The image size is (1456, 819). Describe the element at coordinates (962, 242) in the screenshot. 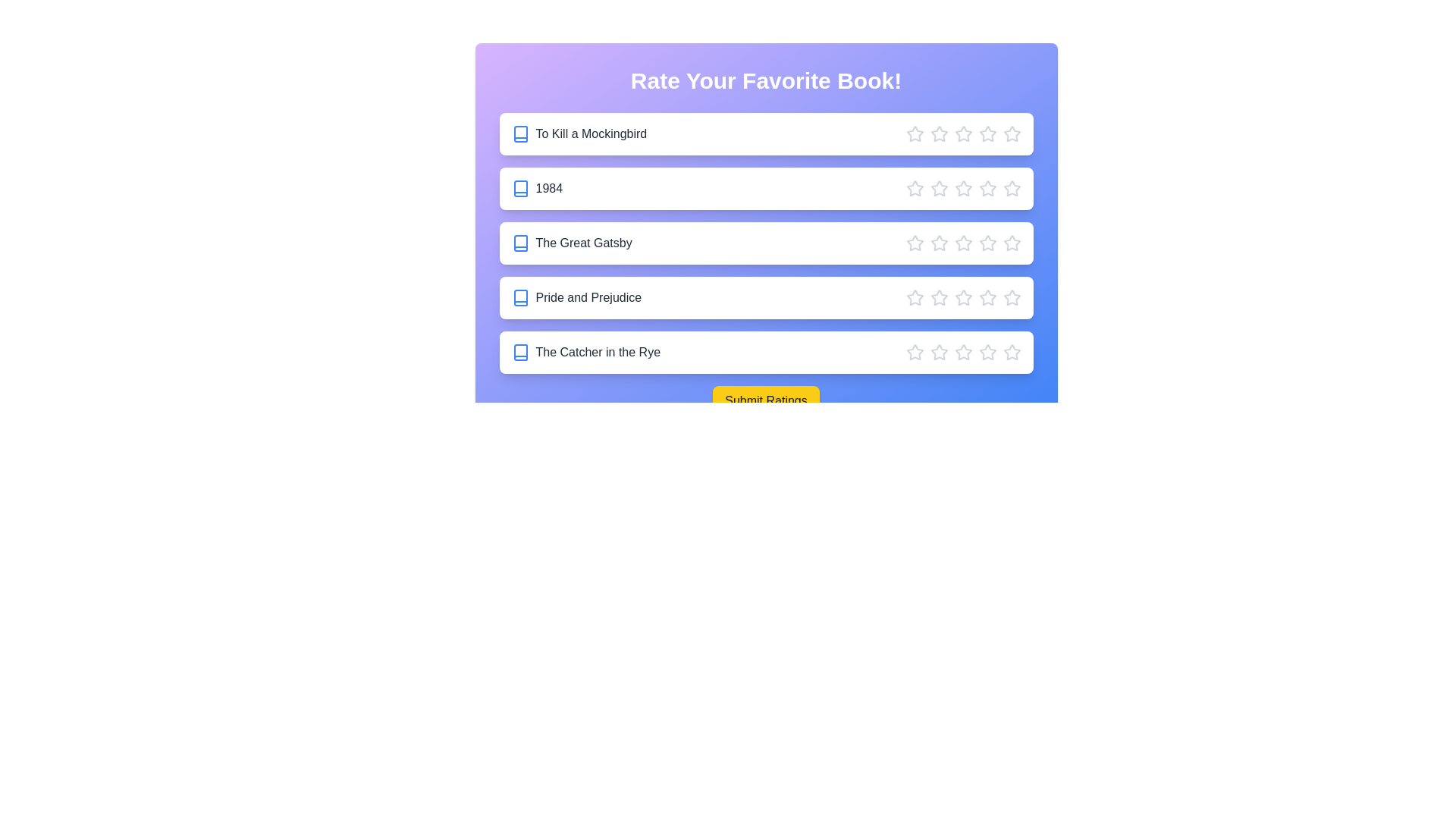

I see `the star corresponding to 3 stars for the book 'The Great Gatsby'` at that location.